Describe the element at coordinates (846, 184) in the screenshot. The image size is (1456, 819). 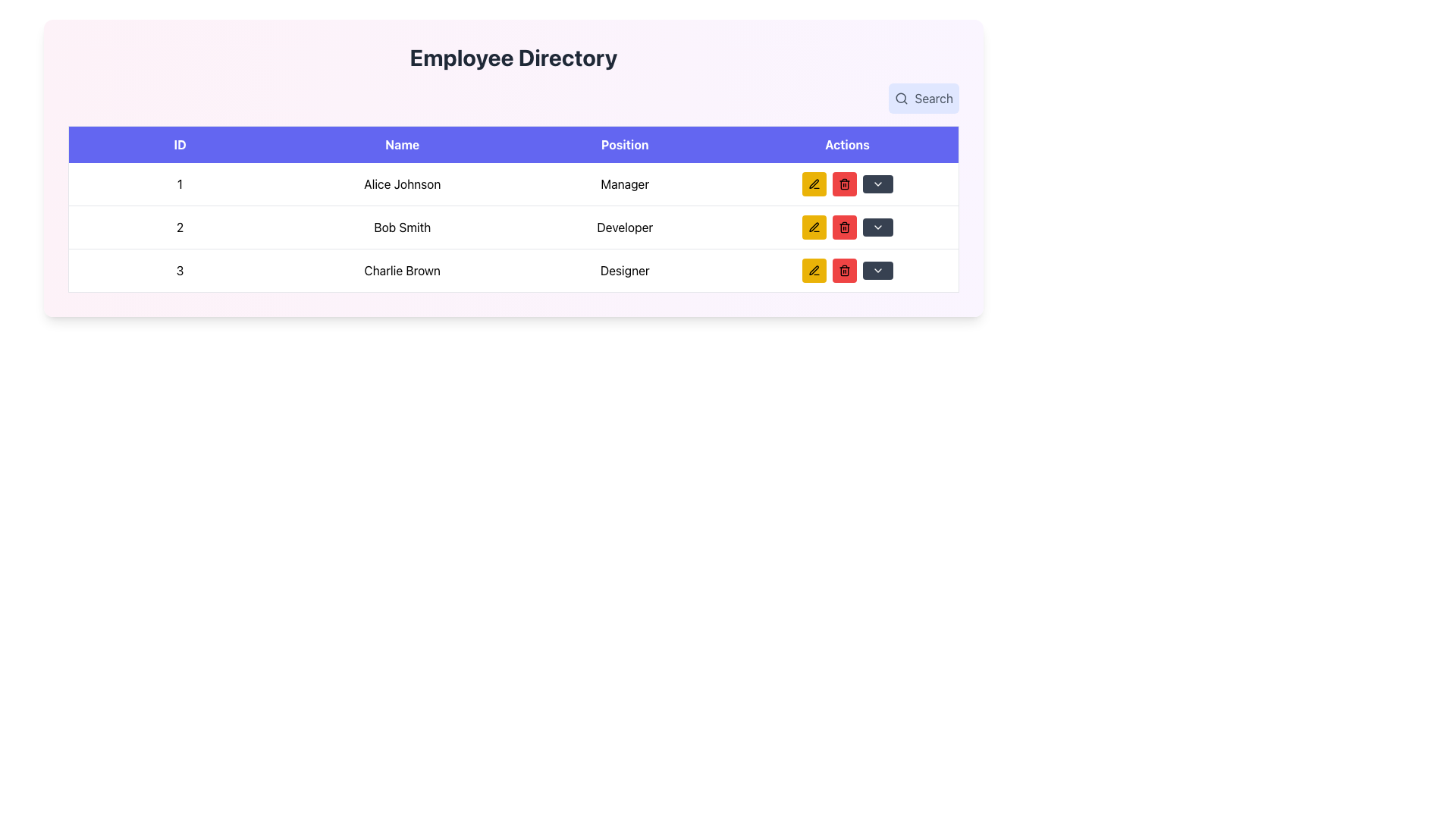
I see `the red rectangular button with rounded corners containing a trash can icon, located in the 'Actions' section of the row labeled 'Alice Johnson' and 'Manager'` at that location.